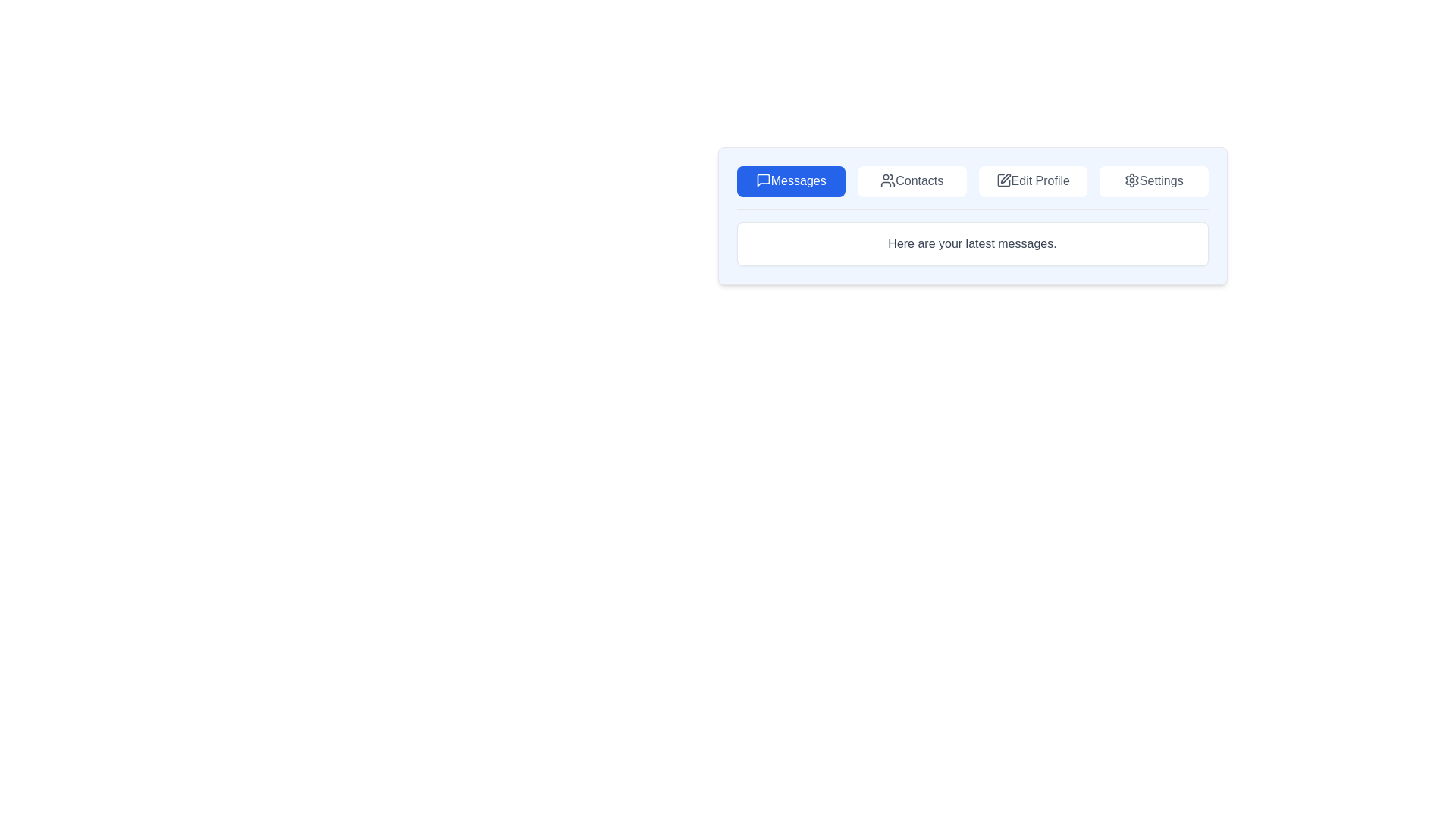  I want to click on the Settings tab, so click(1153, 180).